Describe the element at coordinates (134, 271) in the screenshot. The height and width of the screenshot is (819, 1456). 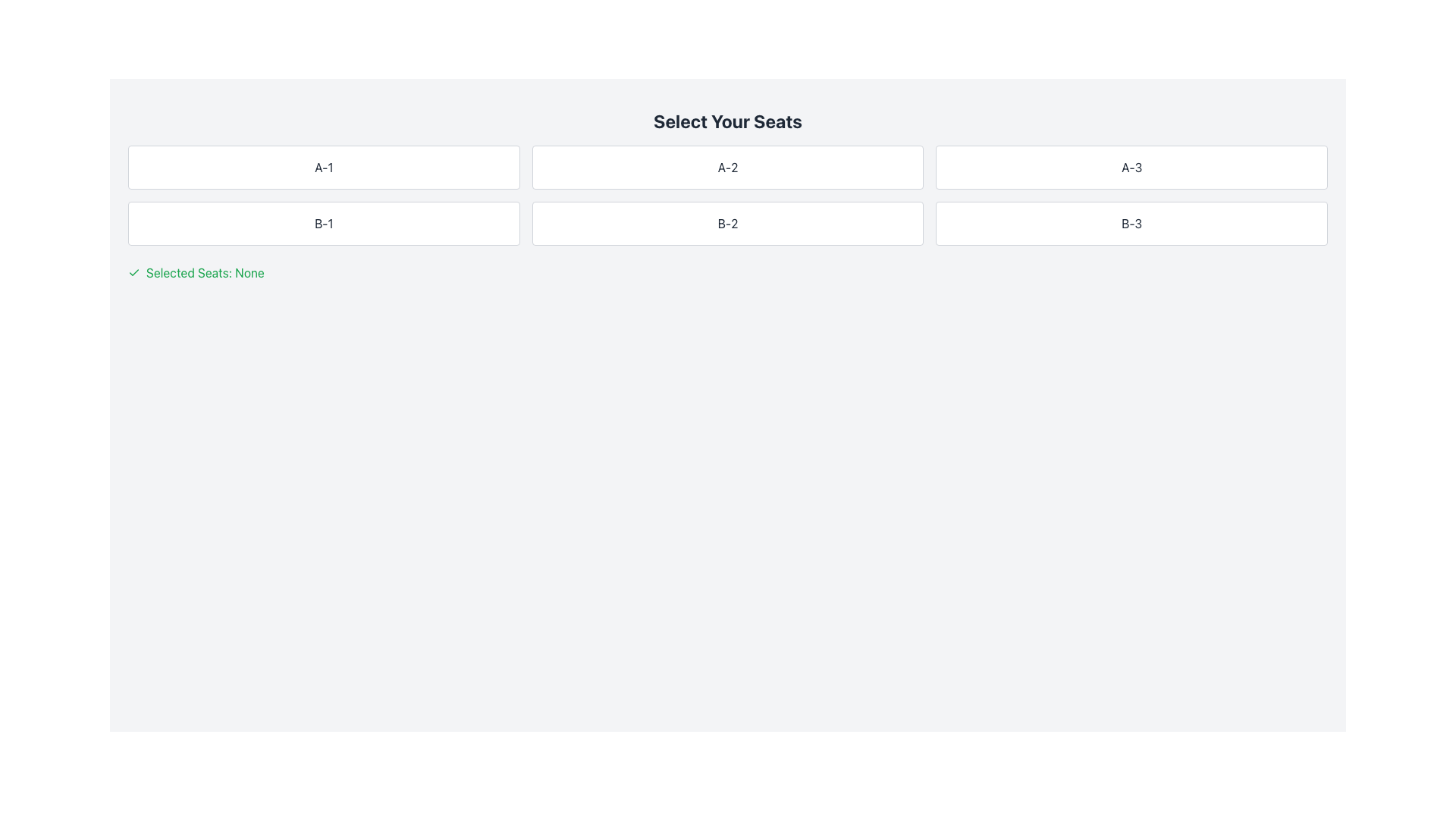
I see `the green checkmark icon located next to the text 'Selected Seats: None', which is styled in green text` at that location.